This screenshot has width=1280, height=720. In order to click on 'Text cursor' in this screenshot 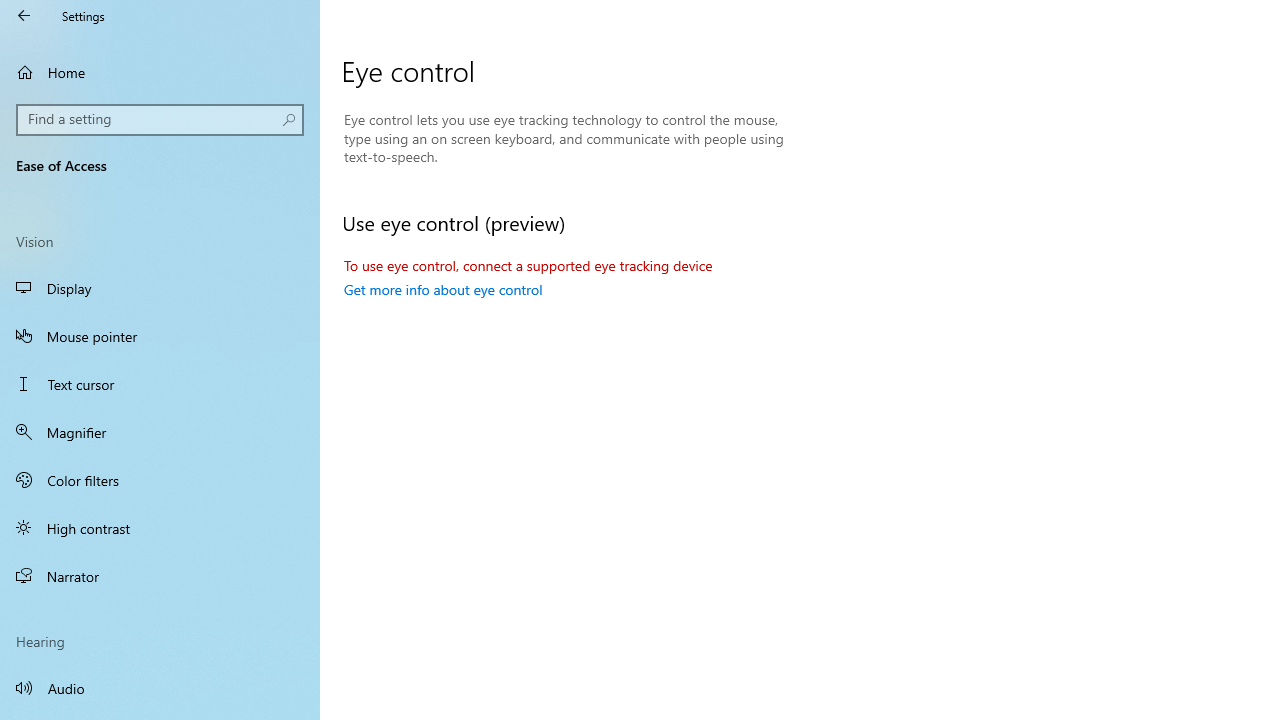, I will do `click(160, 384)`.